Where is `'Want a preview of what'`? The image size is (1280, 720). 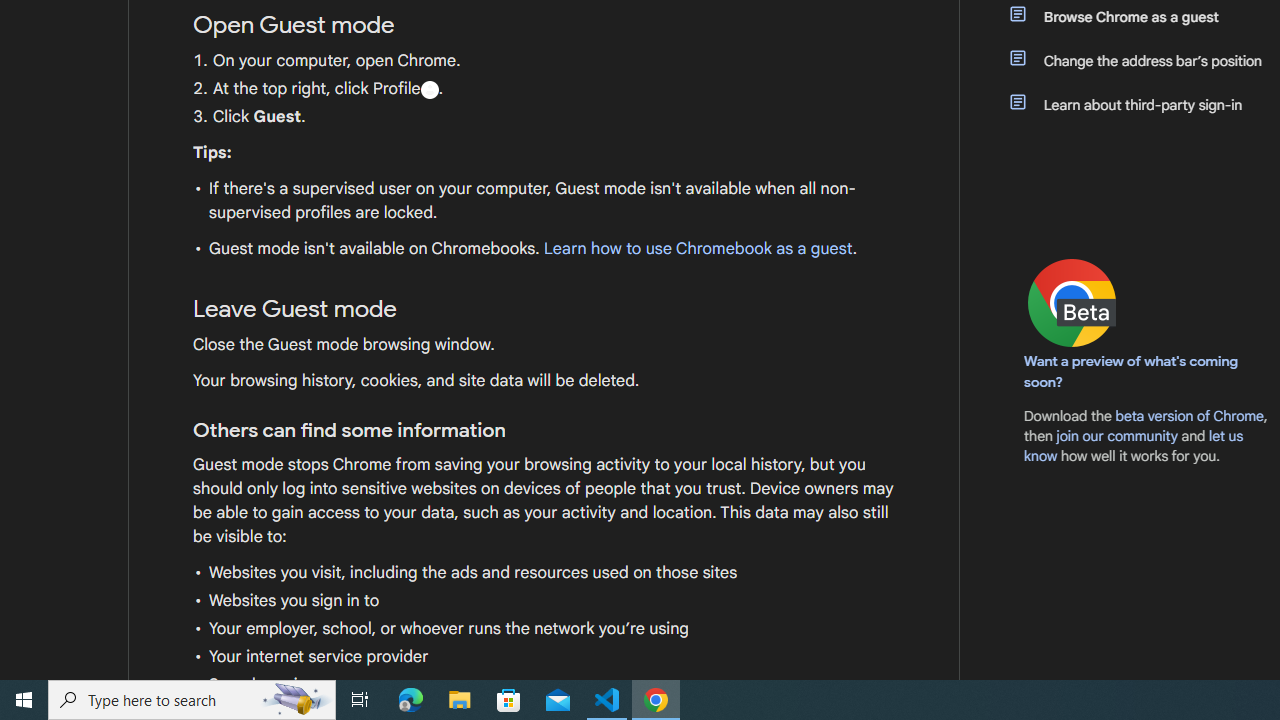 'Want a preview of what' is located at coordinates (1131, 371).